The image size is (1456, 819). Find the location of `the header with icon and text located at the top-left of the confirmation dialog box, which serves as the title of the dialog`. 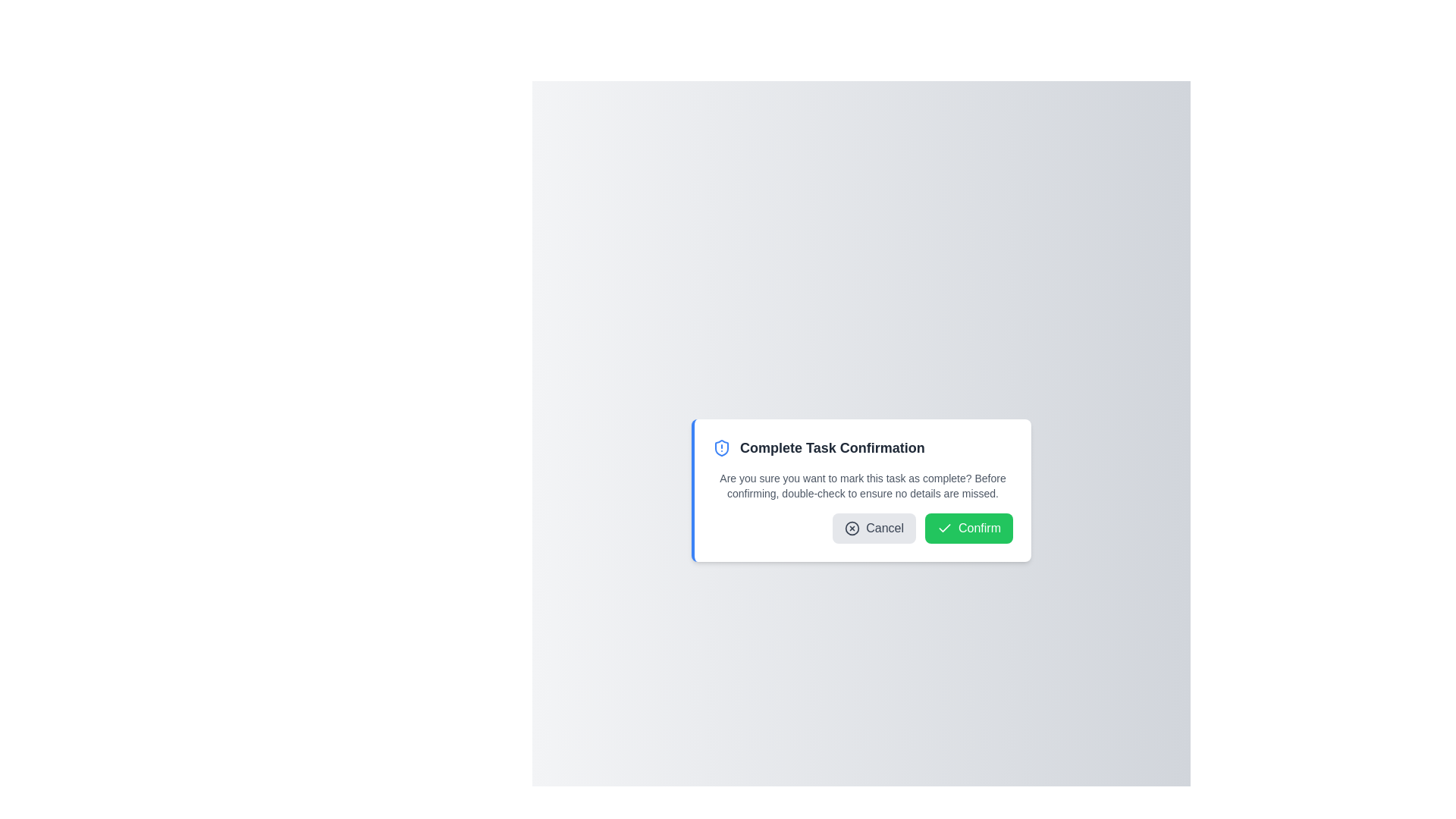

the header with icon and text located at the top-left of the confirmation dialog box, which serves as the title of the dialog is located at coordinates (862, 447).